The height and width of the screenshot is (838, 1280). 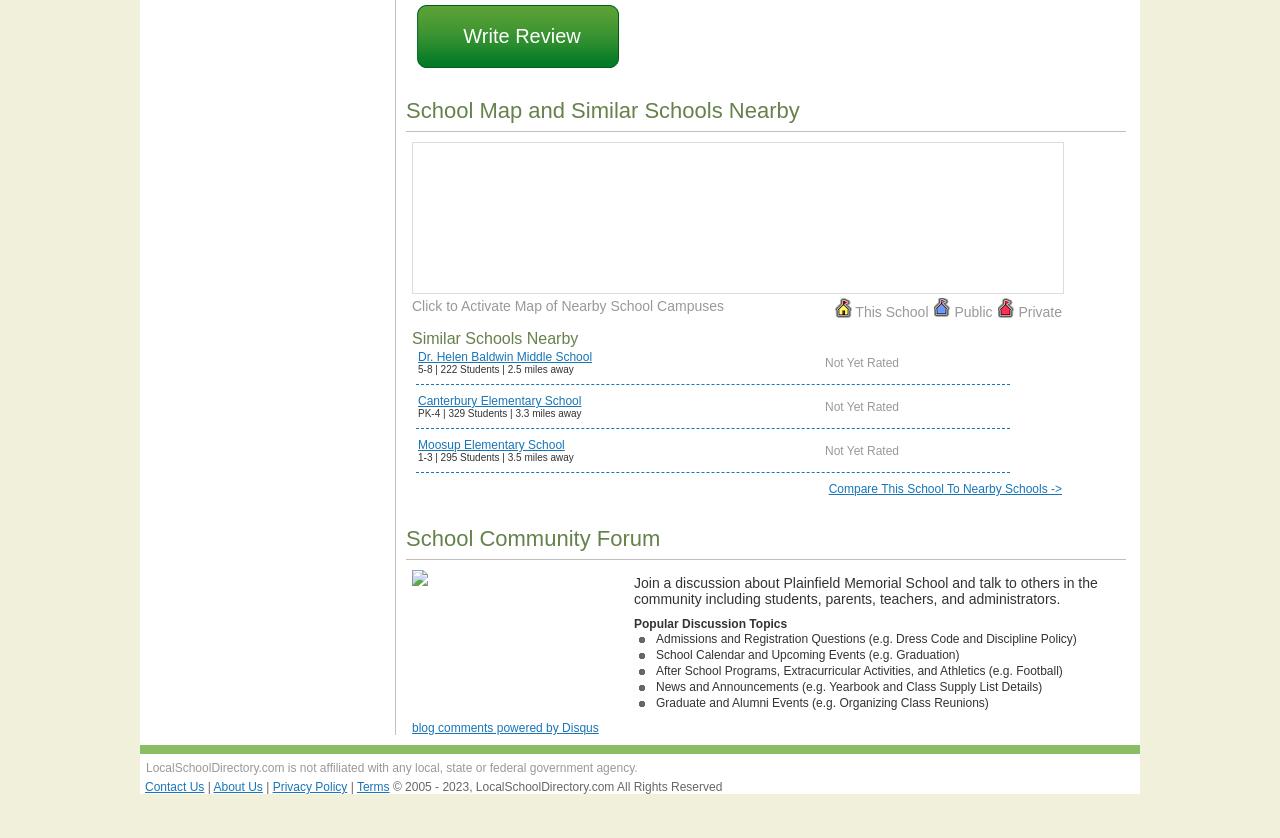 I want to click on 'School Community Forum', so click(x=532, y=538).